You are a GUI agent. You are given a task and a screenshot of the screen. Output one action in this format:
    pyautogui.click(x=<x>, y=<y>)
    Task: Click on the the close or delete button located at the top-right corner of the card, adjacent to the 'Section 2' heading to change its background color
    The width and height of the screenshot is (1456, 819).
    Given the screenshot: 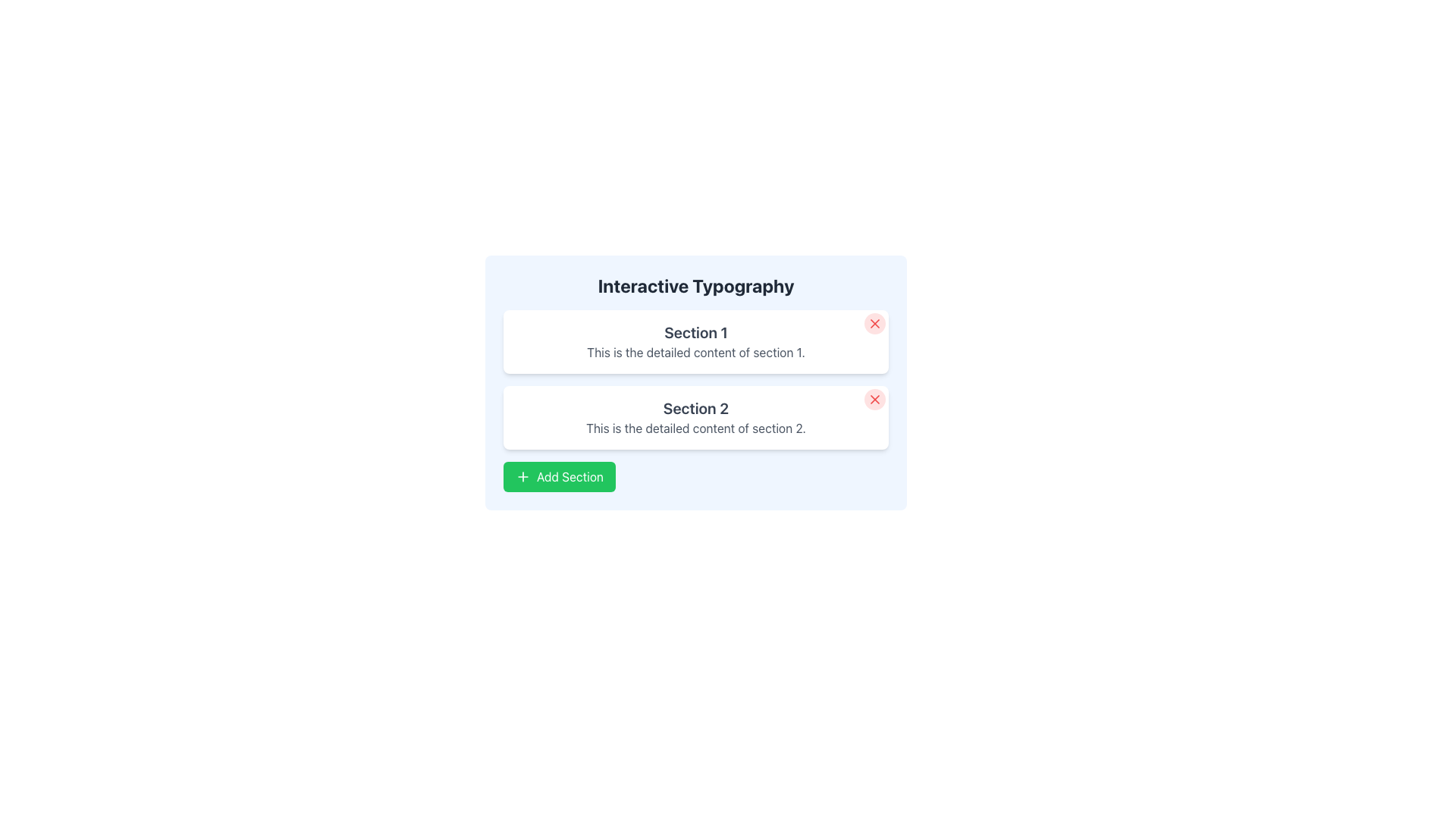 What is the action you would take?
    pyautogui.click(x=874, y=399)
    